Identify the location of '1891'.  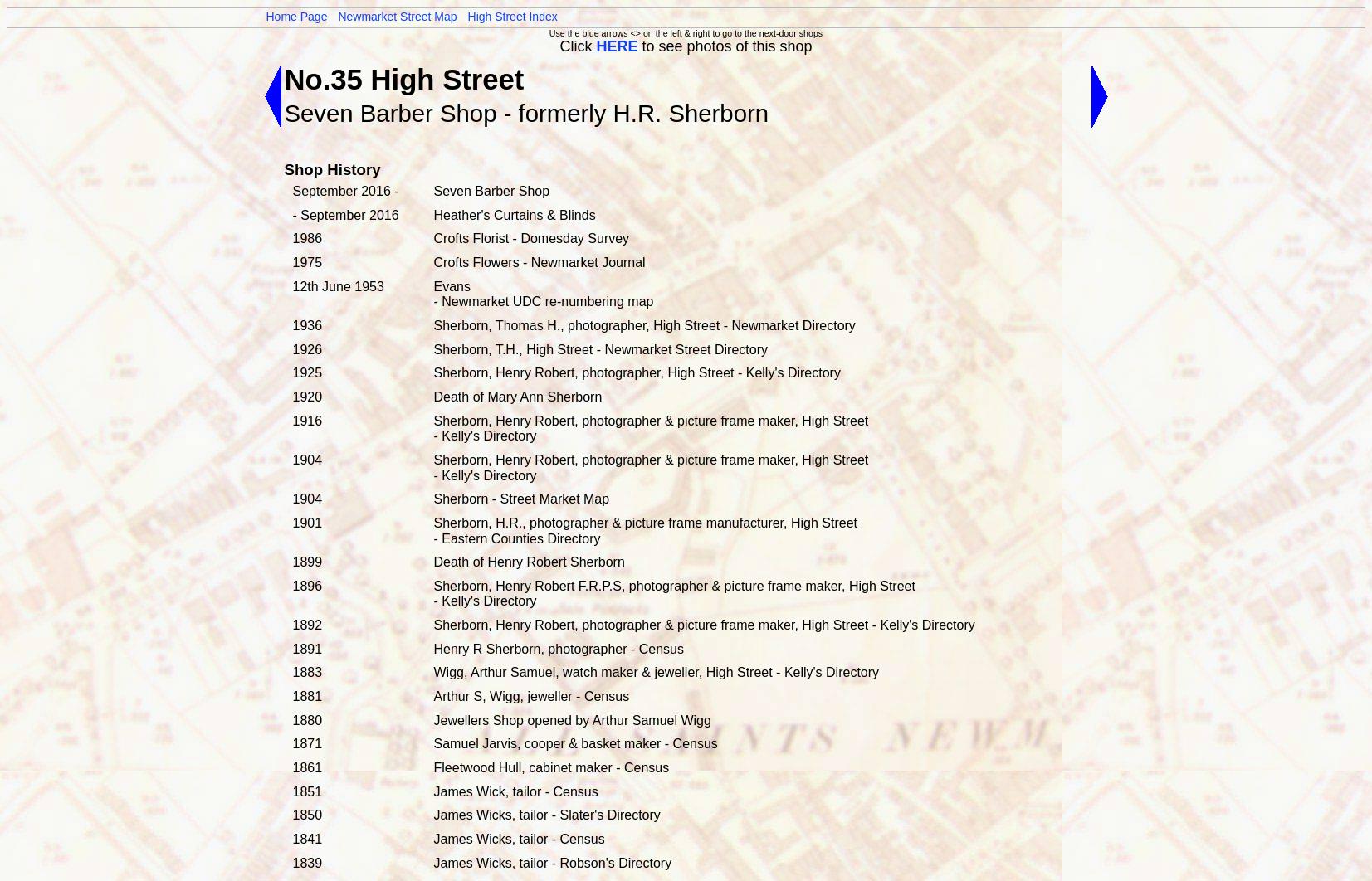
(305, 648).